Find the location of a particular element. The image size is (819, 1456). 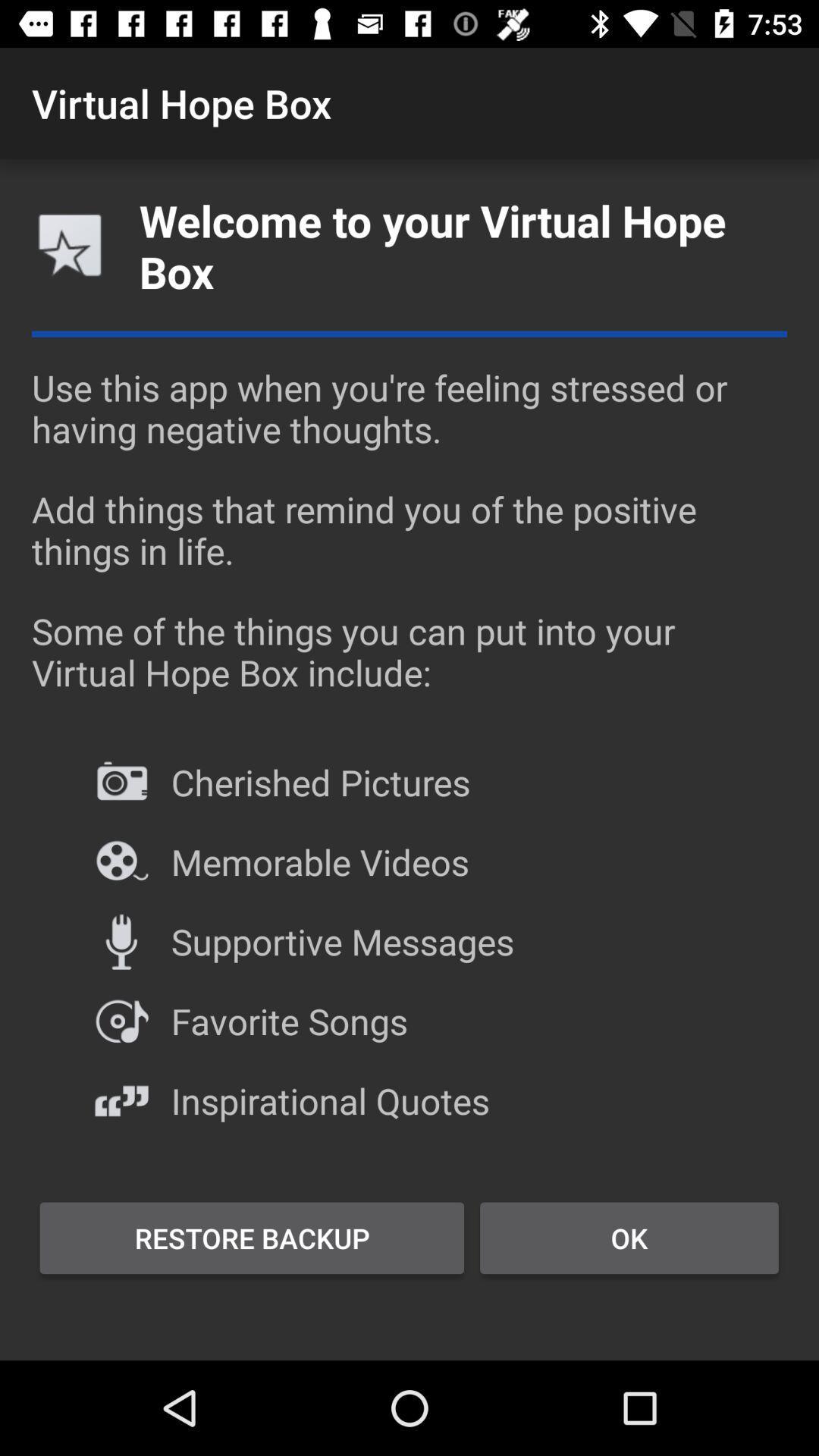

the ok icon is located at coordinates (629, 1238).